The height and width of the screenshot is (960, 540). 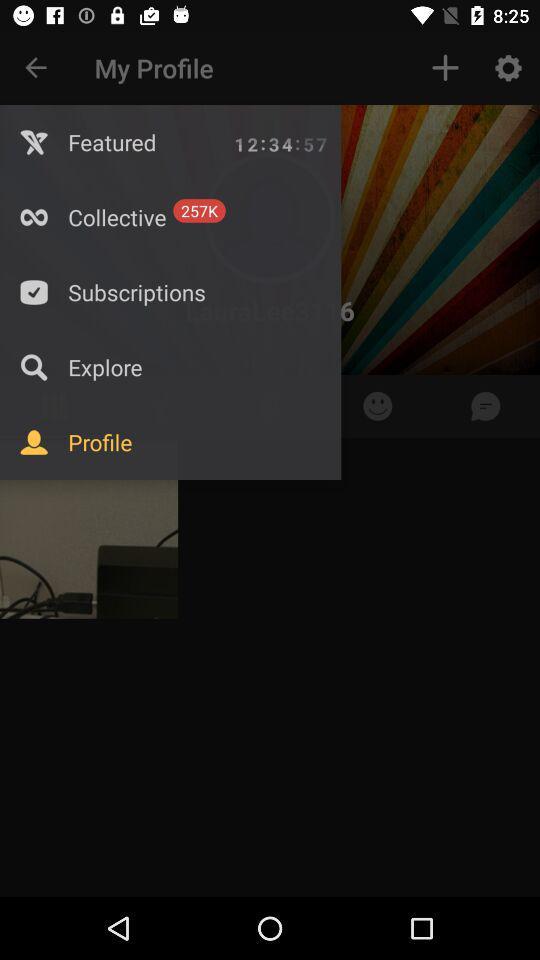 What do you see at coordinates (36, 68) in the screenshot?
I see `icon to the left of the my profile item` at bounding box center [36, 68].